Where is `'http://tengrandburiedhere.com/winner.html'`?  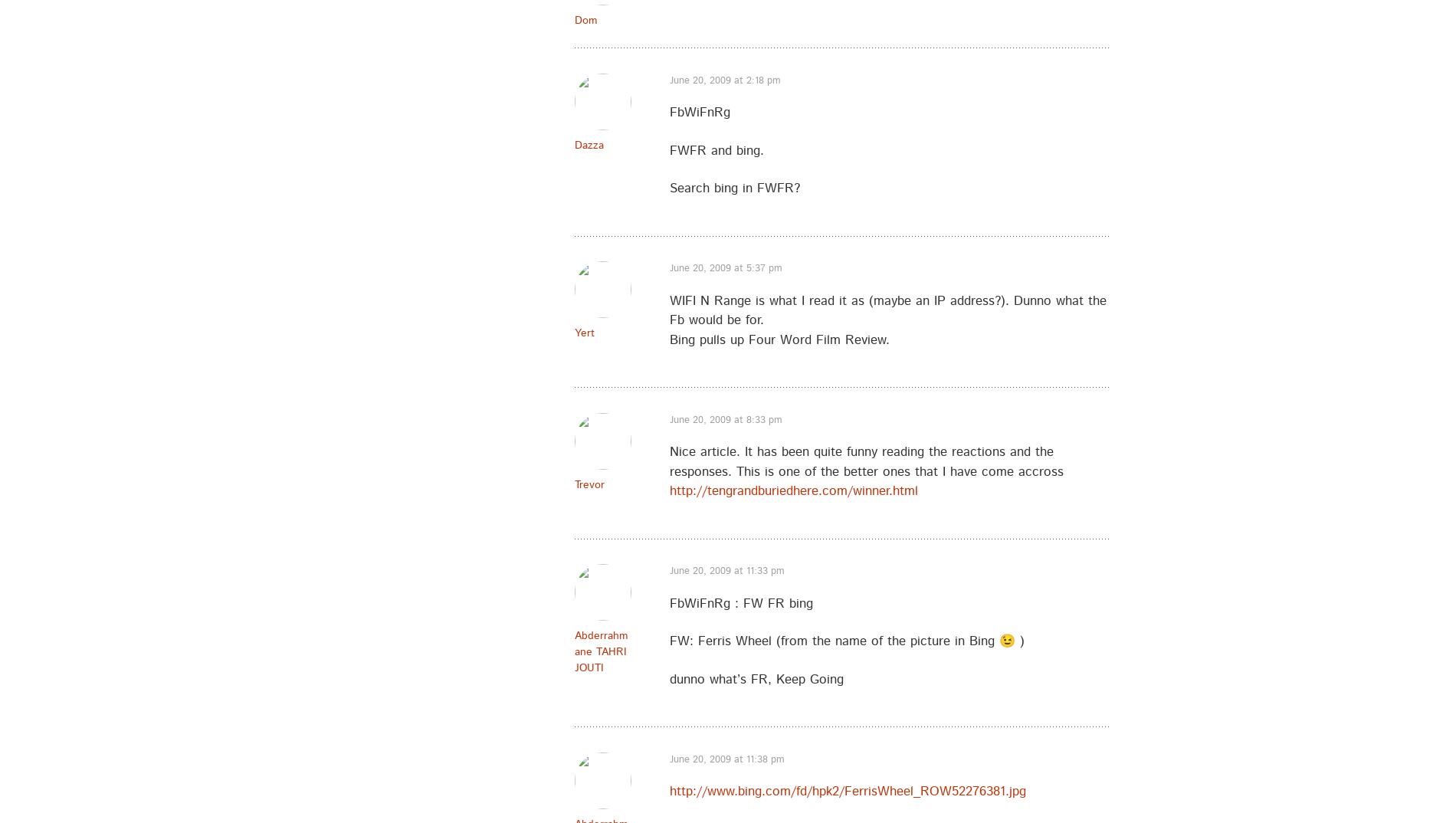
'http://tengrandburiedhere.com/winner.html' is located at coordinates (794, 490).